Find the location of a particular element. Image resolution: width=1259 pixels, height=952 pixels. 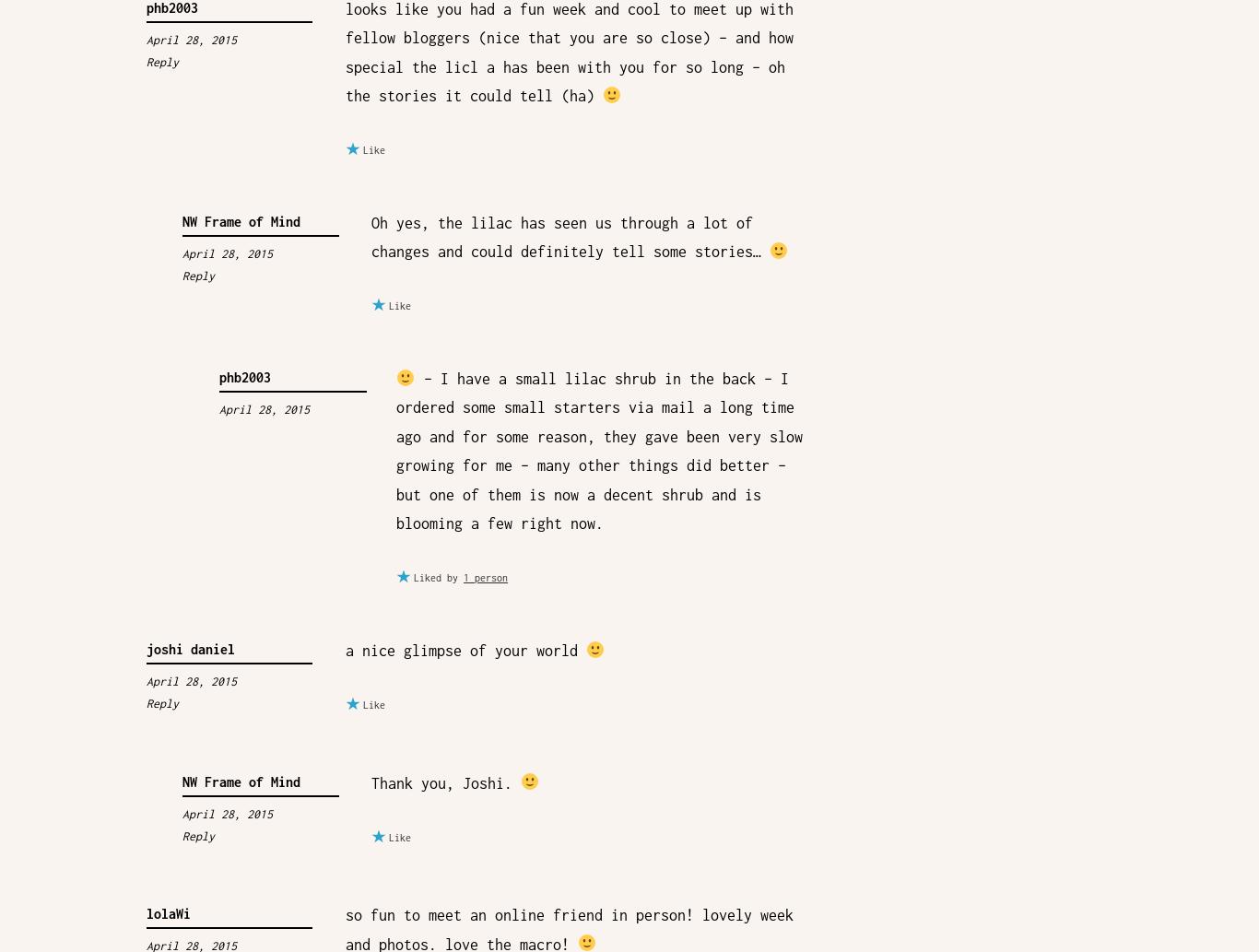

'Thank you, Joshi.' is located at coordinates (370, 782).